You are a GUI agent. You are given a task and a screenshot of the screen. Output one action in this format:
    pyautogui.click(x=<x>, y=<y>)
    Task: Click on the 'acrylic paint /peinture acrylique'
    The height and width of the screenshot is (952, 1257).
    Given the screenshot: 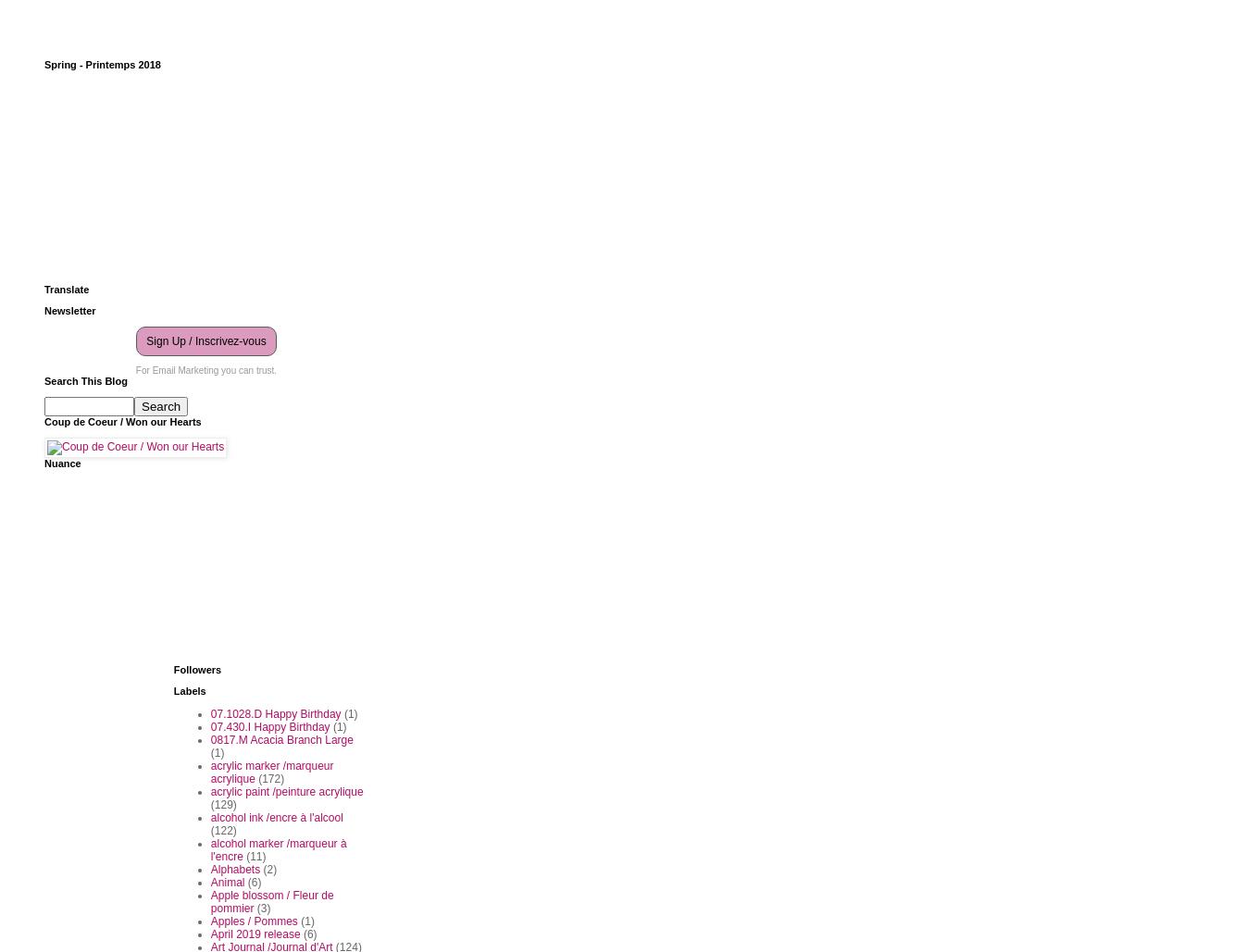 What is the action you would take?
    pyautogui.click(x=285, y=789)
    